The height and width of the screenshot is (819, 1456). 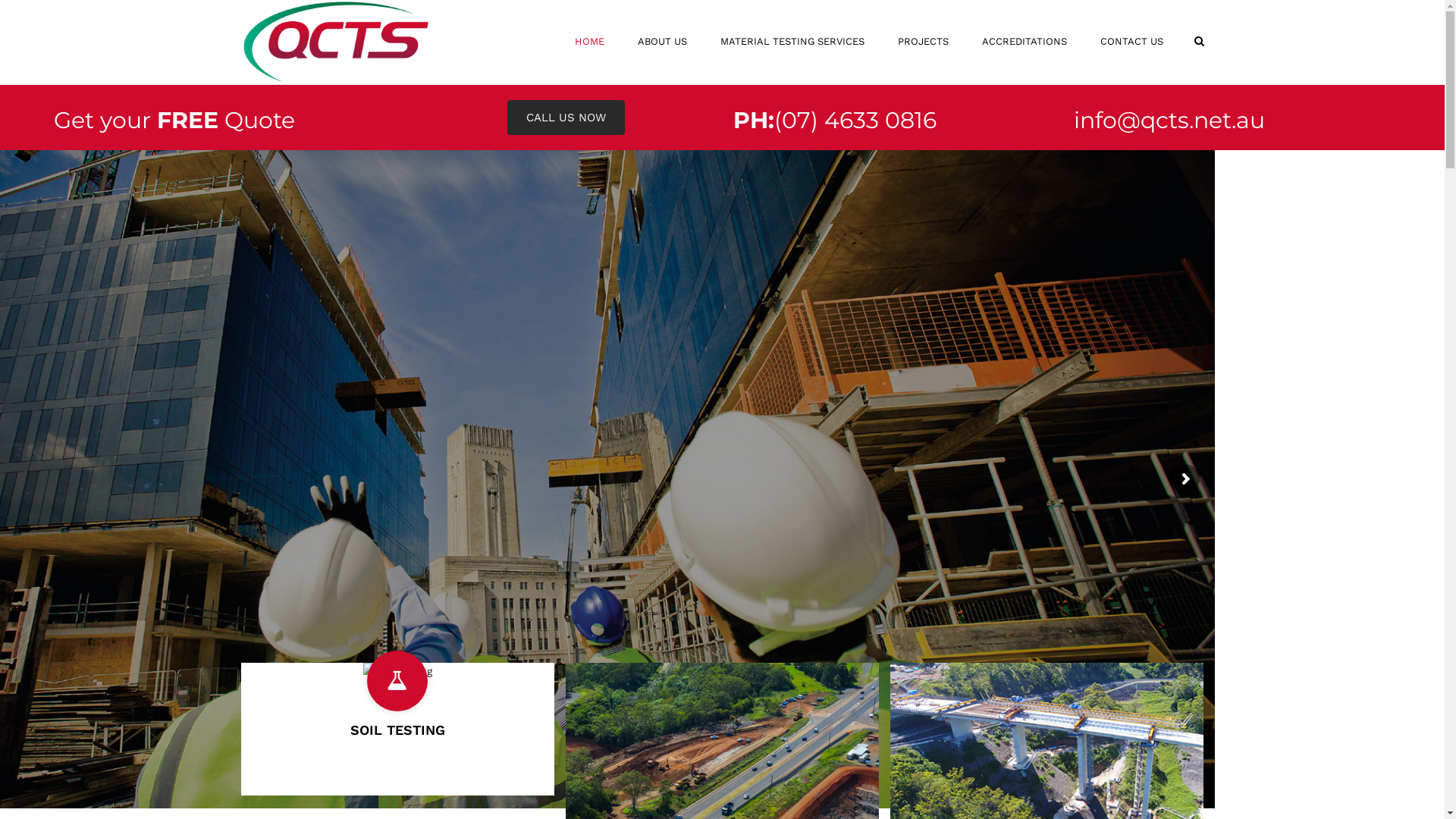 What do you see at coordinates (1131, 40) in the screenshot?
I see `'CONTACT US'` at bounding box center [1131, 40].